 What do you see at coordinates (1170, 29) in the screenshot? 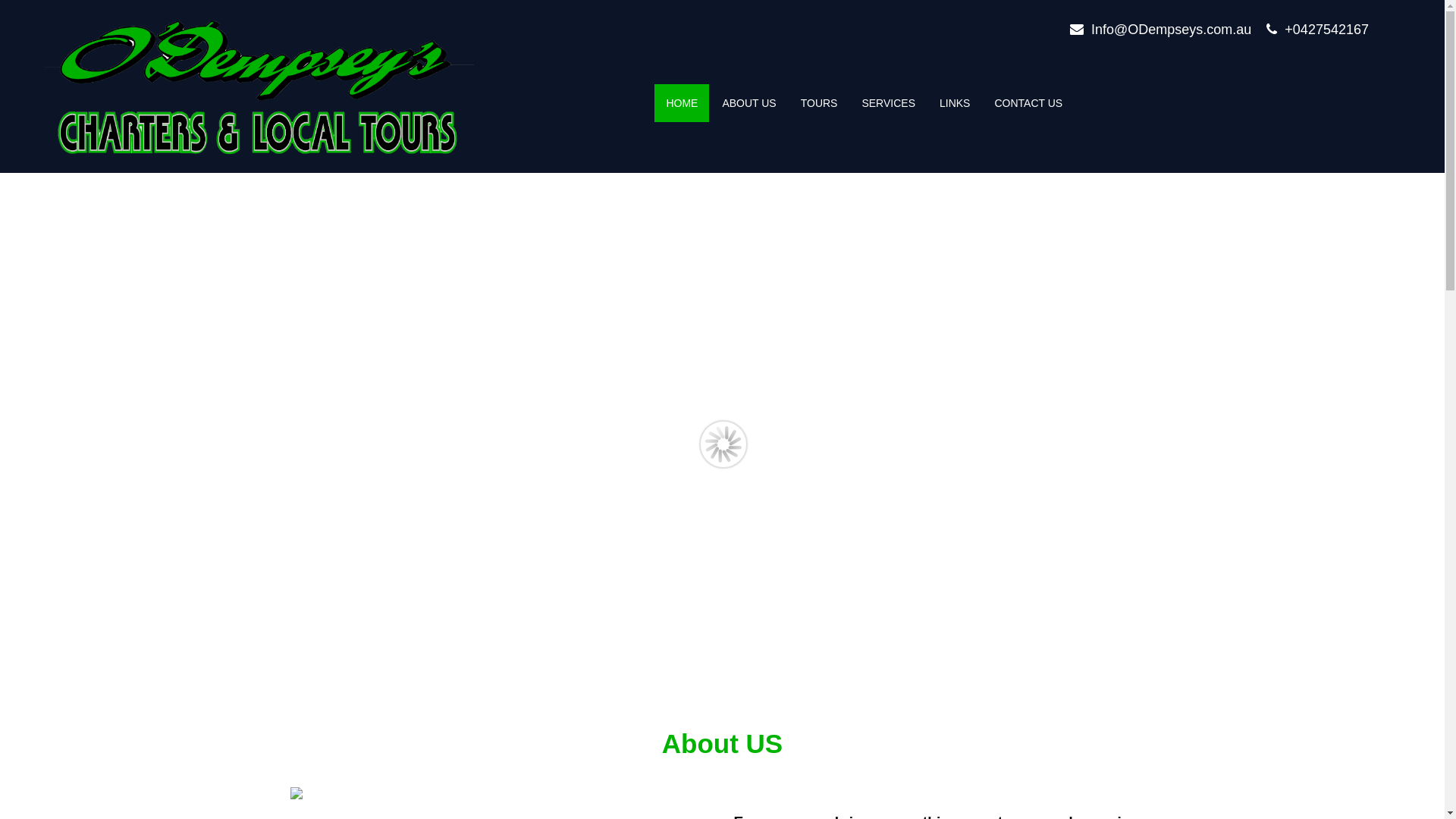
I see `'Info@ODempseys.com.au'` at bounding box center [1170, 29].